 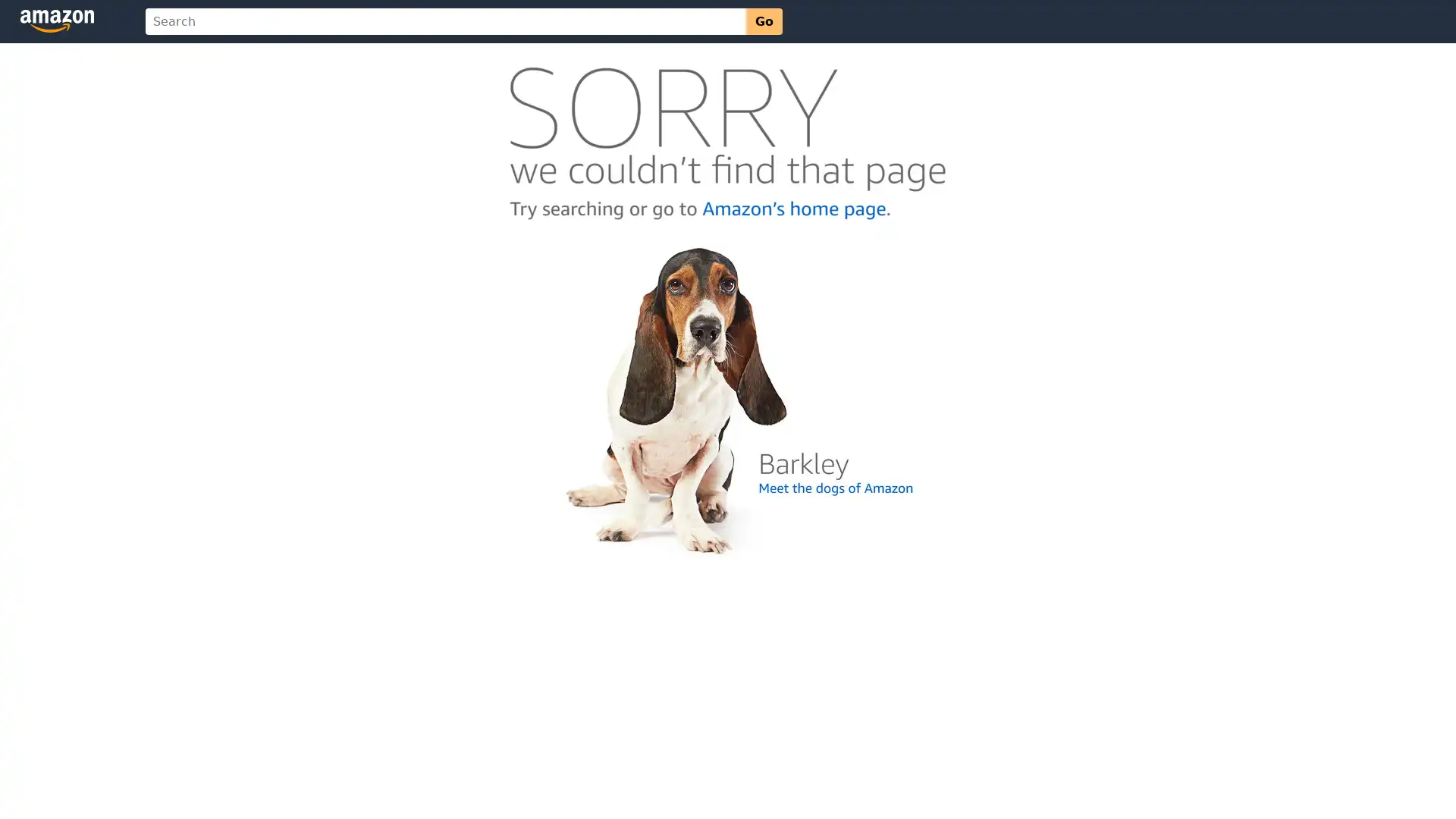 What do you see at coordinates (764, 21) in the screenshot?
I see `Go` at bounding box center [764, 21].